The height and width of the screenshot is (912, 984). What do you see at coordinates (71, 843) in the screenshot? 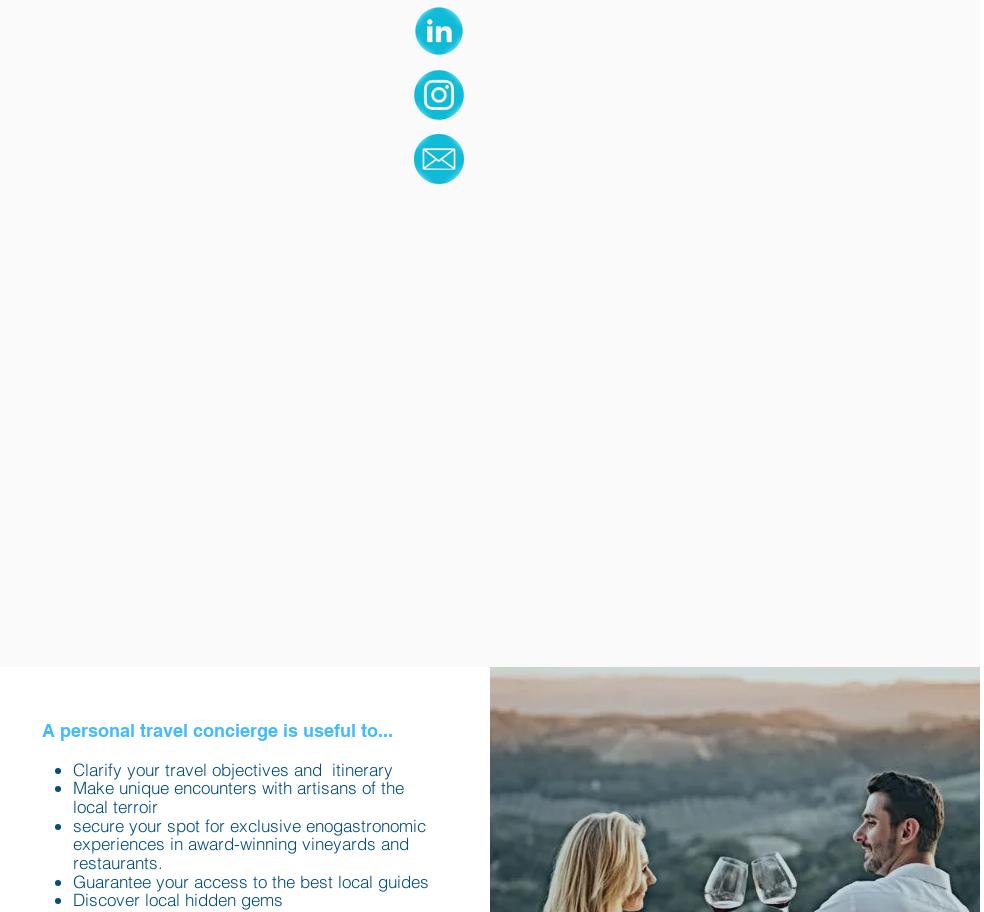
I see `'exclusive enogastronomic experiences in award-winning vineyards and restaurants.'` at bounding box center [71, 843].